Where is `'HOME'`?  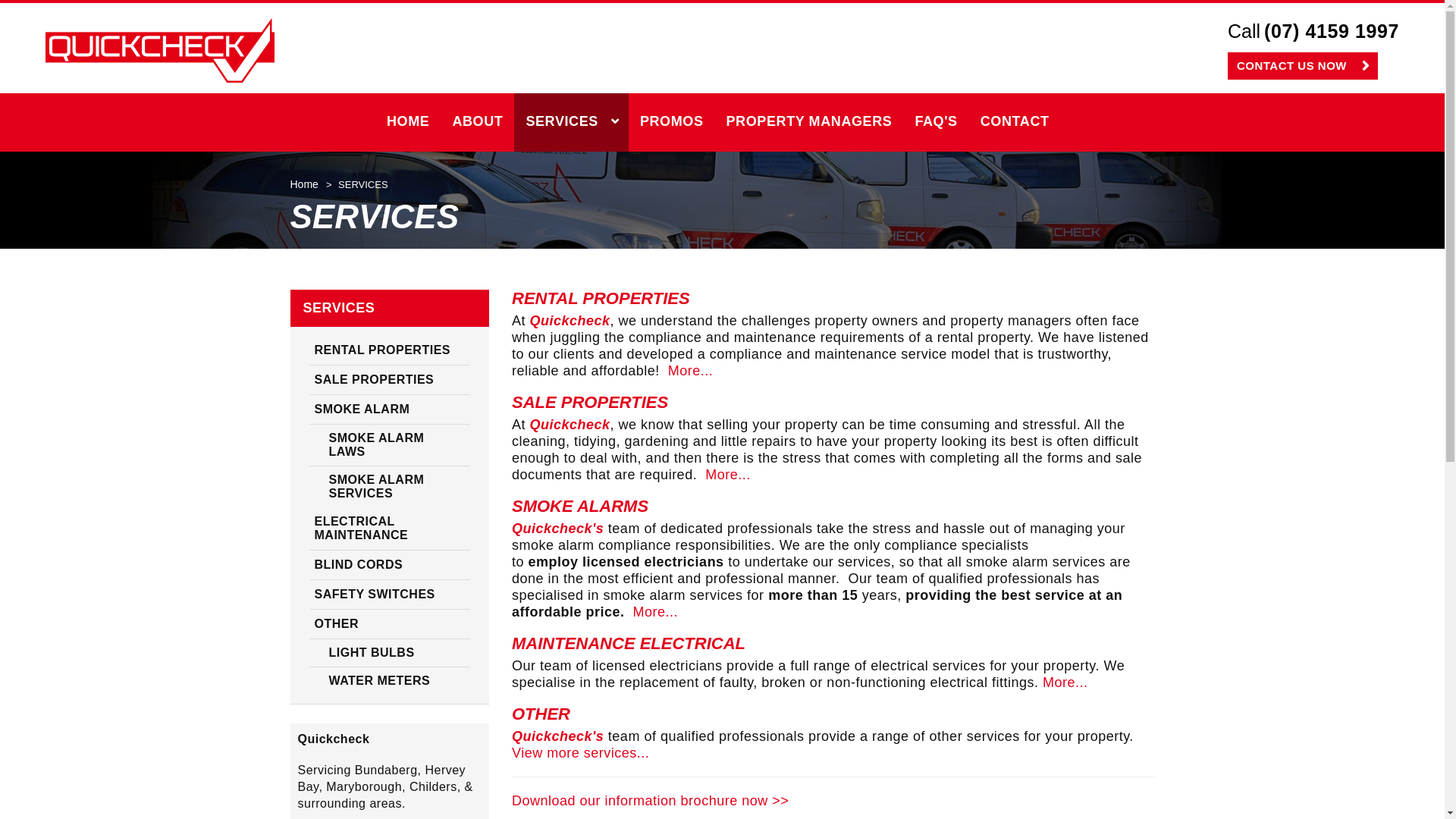
'HOME' is located at coordinates (407, 121).